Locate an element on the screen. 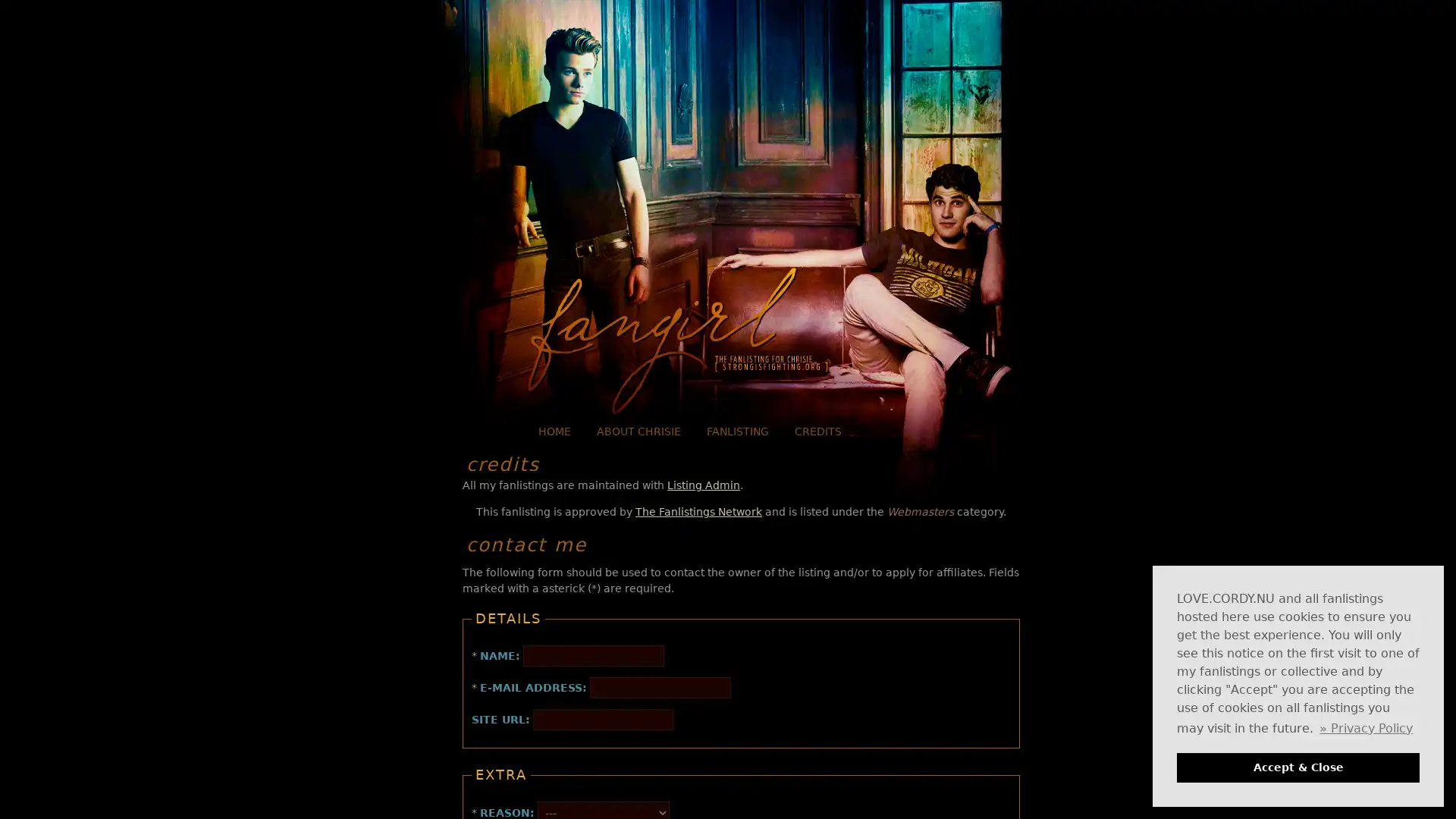 Image resolution: width=1456 pixels, height=819 pixels. learn more about cookies is located at coordinates (1366, 727).